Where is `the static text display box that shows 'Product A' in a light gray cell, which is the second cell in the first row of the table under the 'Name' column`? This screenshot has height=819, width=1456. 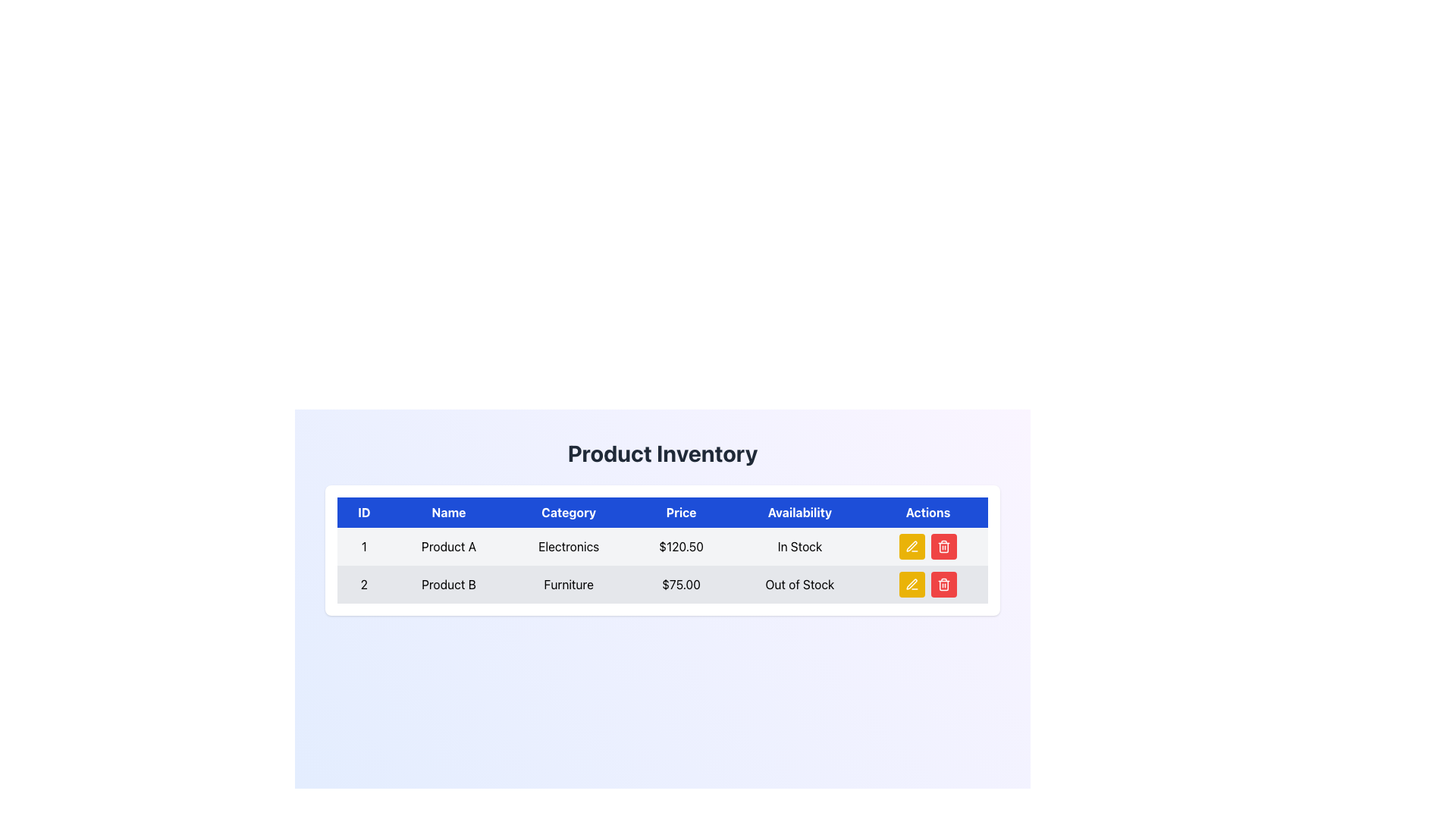
the static text display box that shows 'Product A' in a light gray cell, which is the second cell in the first row of the table under the 'Name' column is located at coordinates (447, 547).